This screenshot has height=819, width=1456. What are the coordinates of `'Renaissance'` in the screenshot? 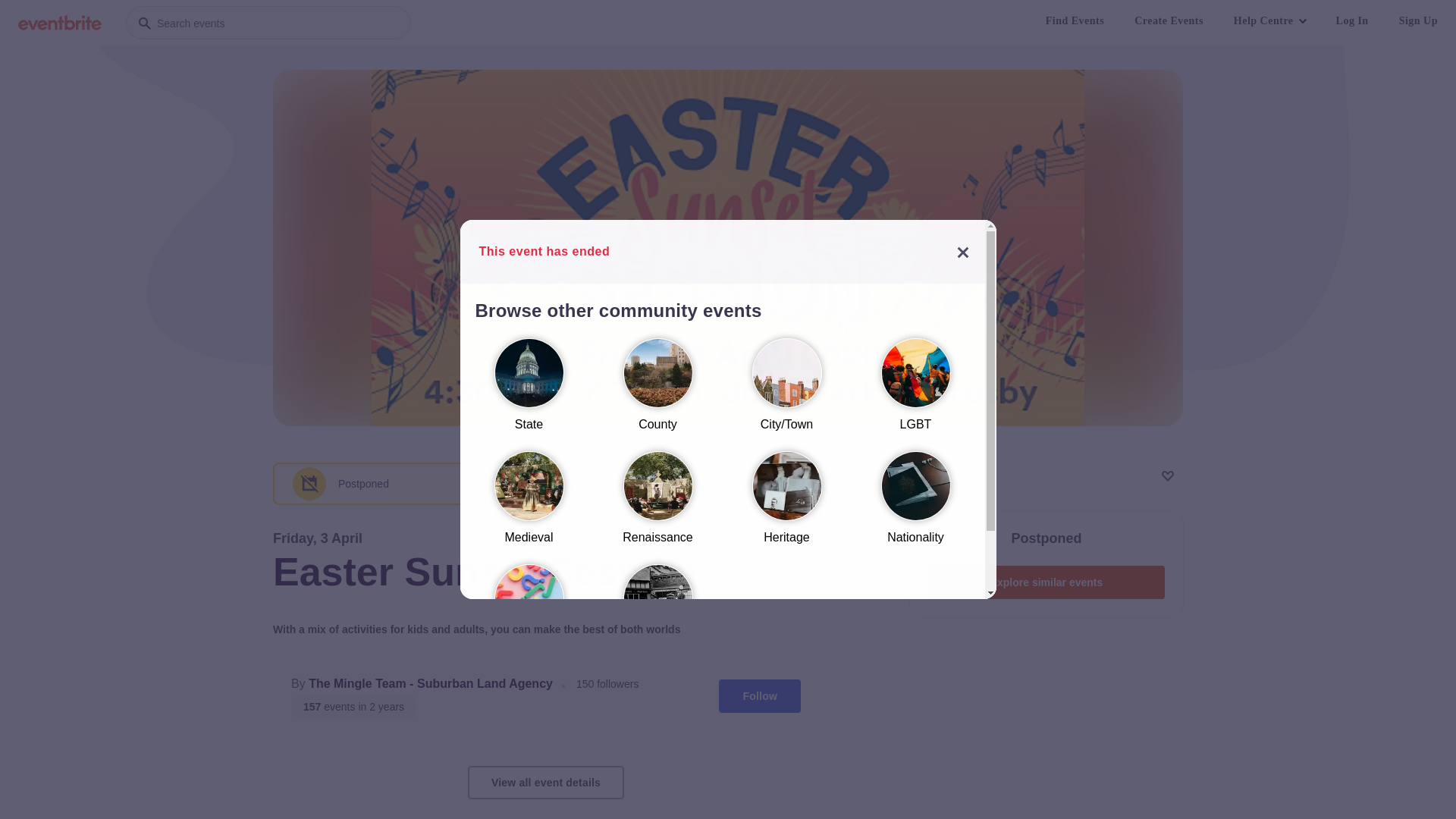 It's located at (657, 504).